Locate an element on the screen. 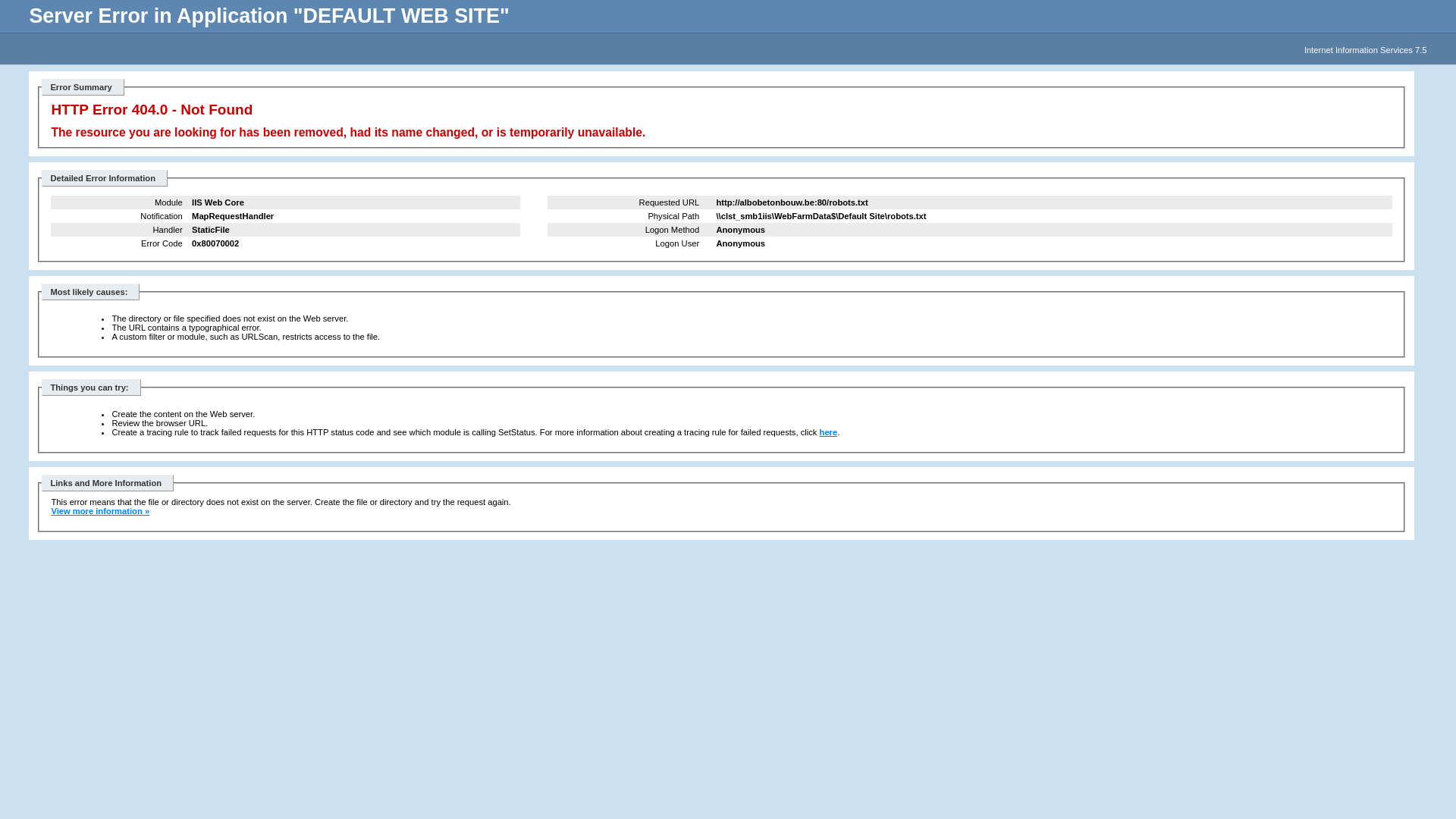 This screenshot has width=1456, height=819. 'here' is located at coordinates (828, 432).